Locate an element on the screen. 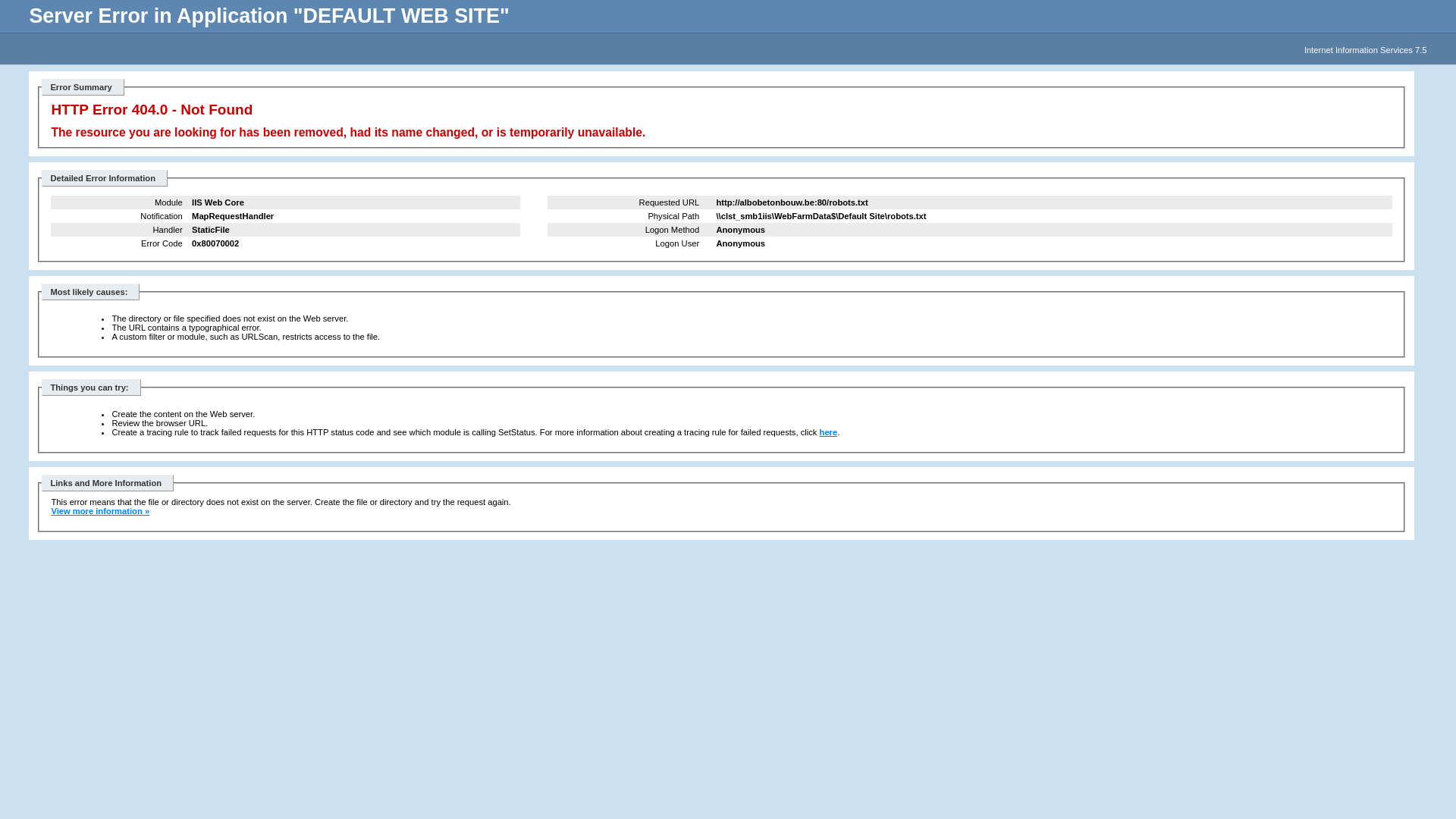 This screenshot has width=1456, height=819. 'here' is located at coordinates (828, 432).